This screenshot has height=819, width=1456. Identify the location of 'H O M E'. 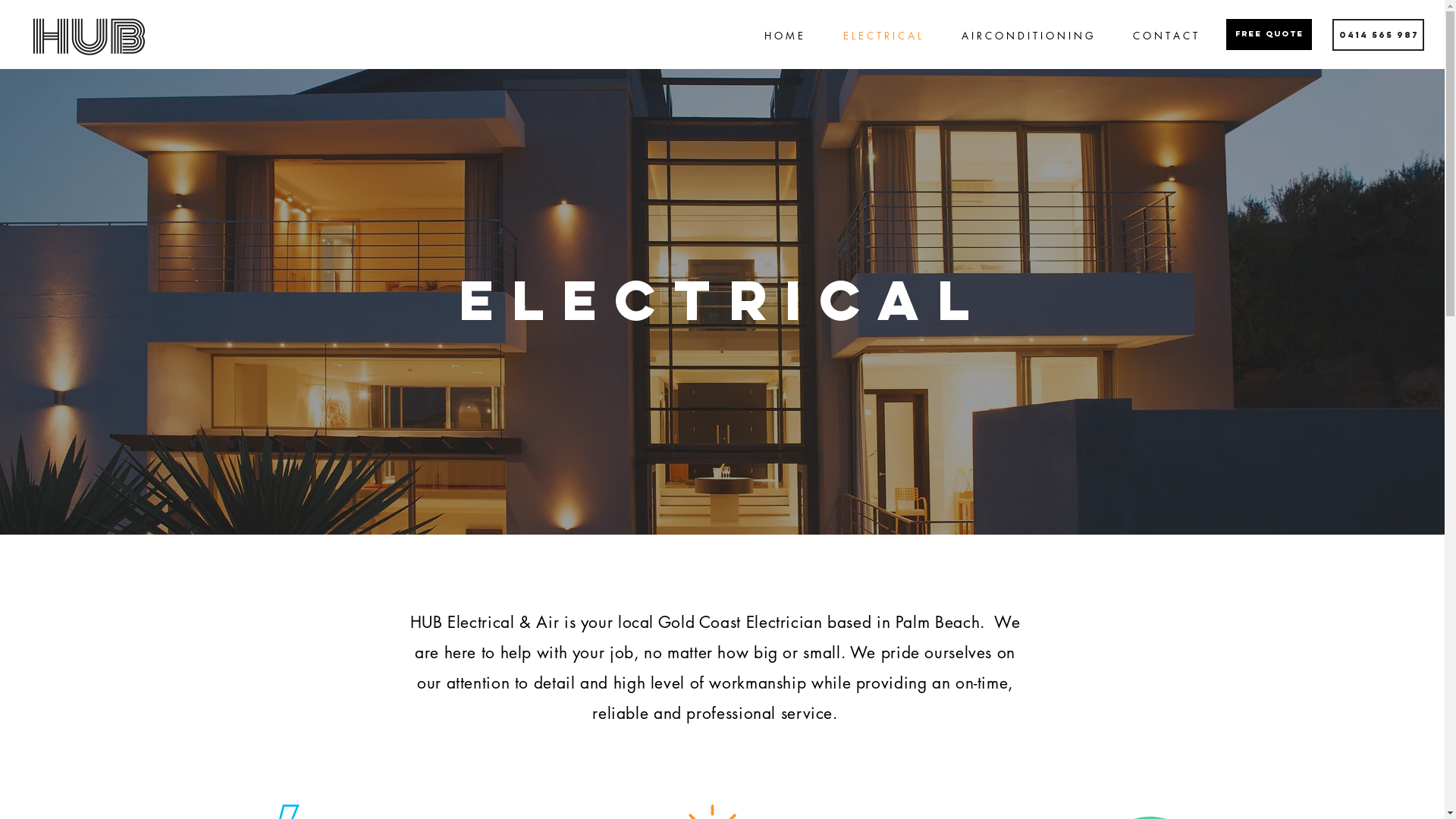
(783, 35).